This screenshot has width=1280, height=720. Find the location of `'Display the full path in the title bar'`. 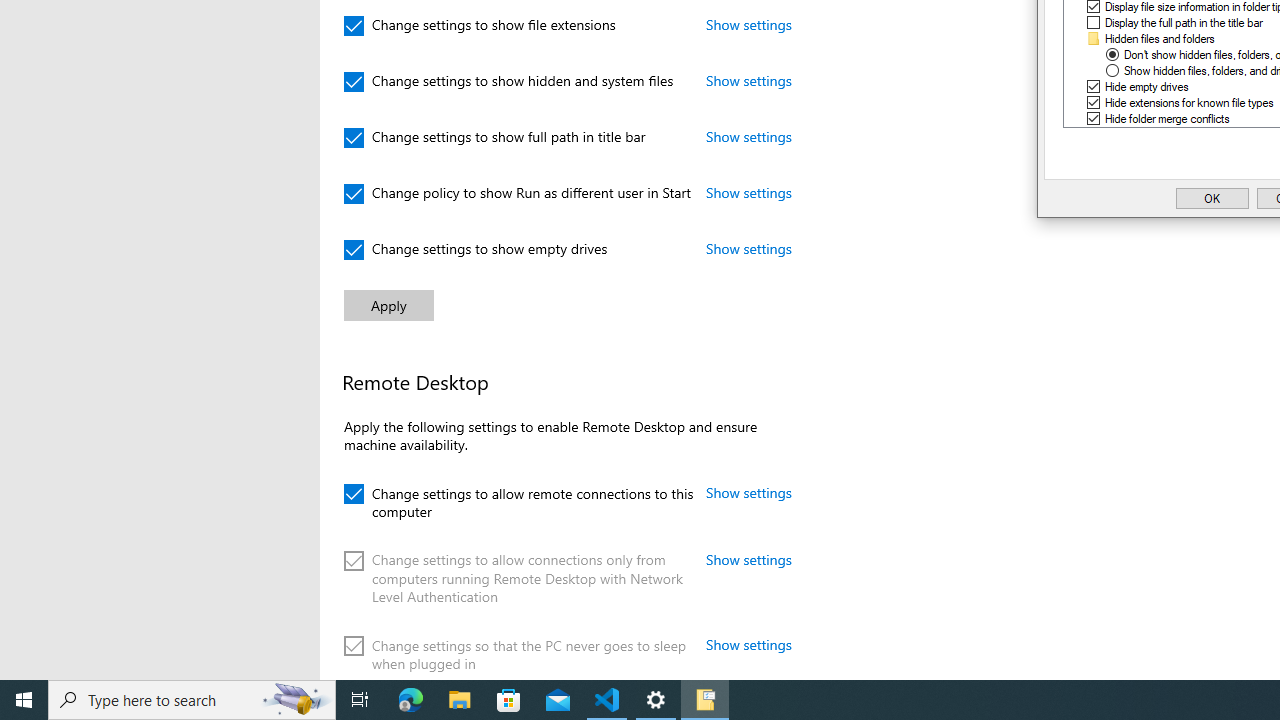

'Display the full path in the title bar' is located at coordinates (1184, 23).